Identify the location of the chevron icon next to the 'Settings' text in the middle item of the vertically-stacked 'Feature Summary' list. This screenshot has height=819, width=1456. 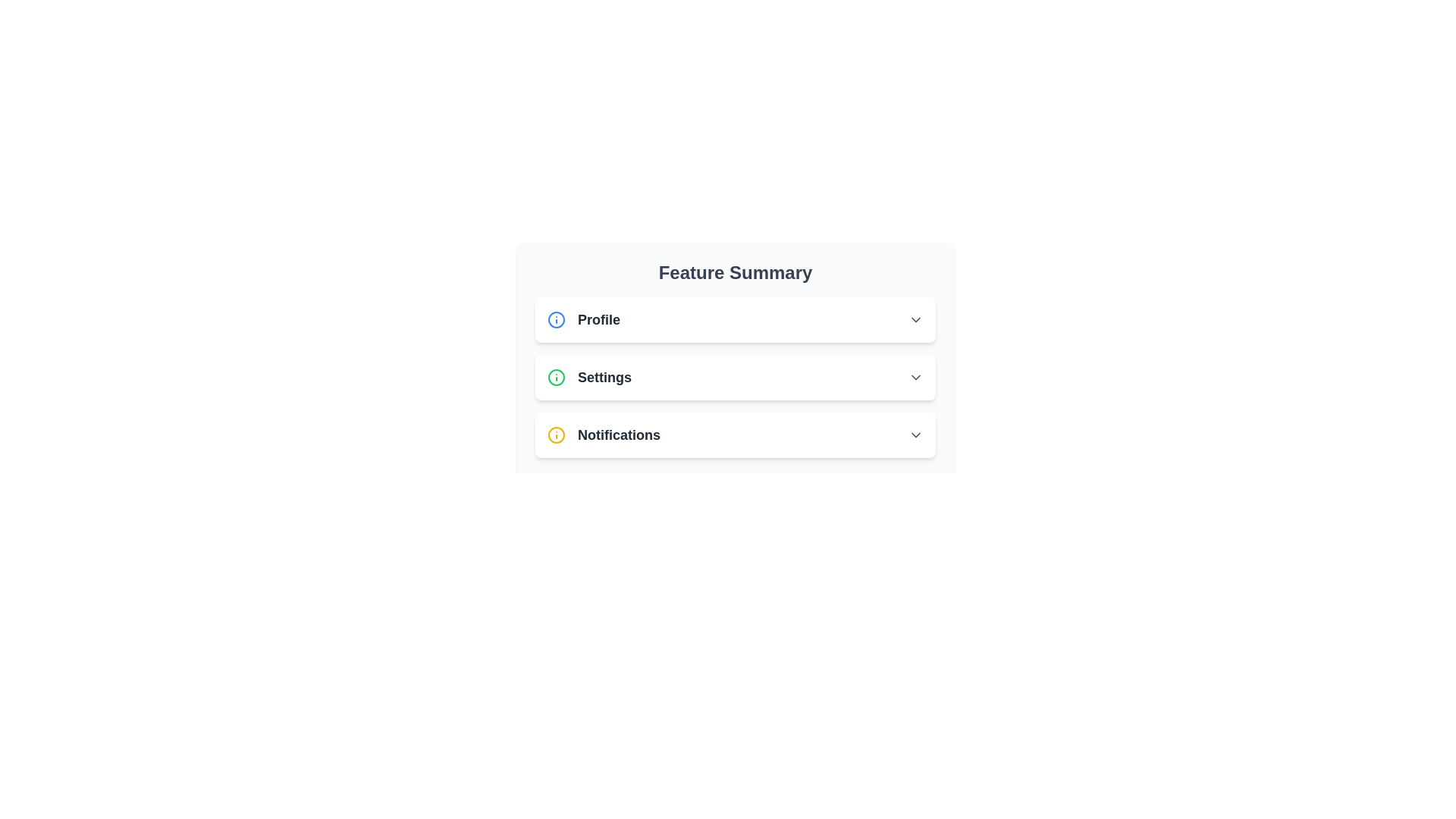
(915, 376).